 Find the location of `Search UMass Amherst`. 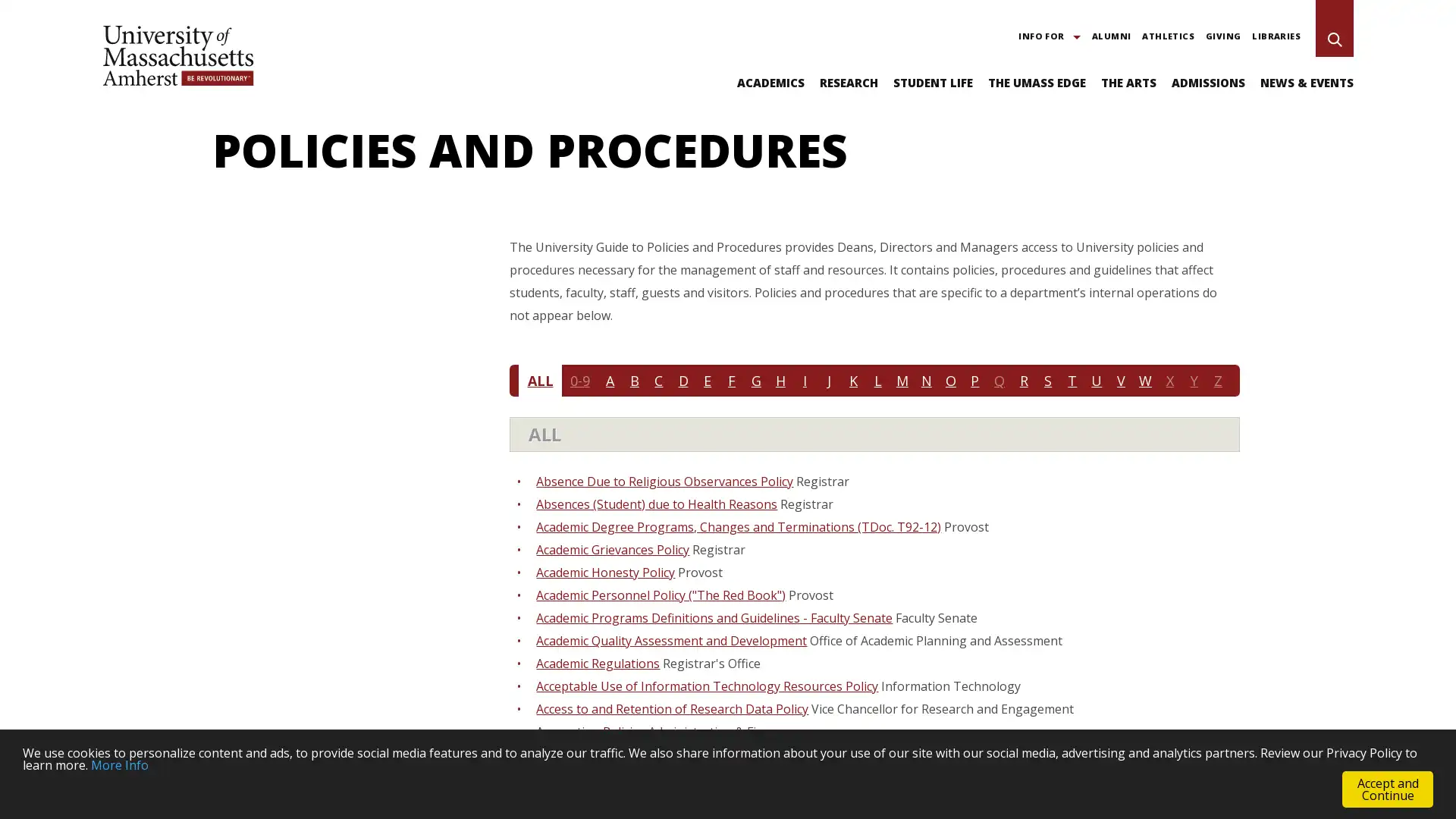

Search UMass Amherst is located at coordinates (1335, 40).